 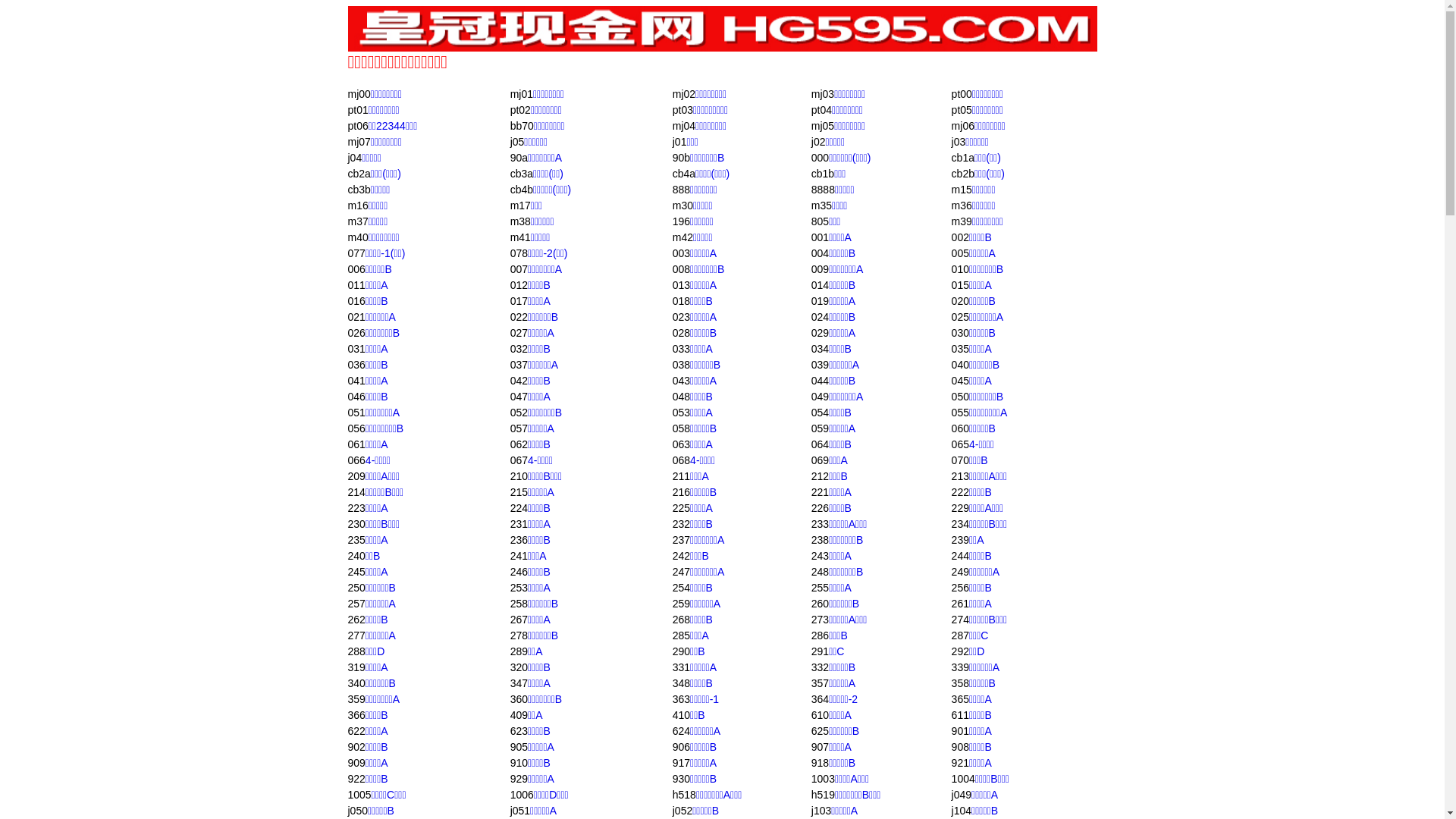 I want to click on '023', so click(x=680, y=315).